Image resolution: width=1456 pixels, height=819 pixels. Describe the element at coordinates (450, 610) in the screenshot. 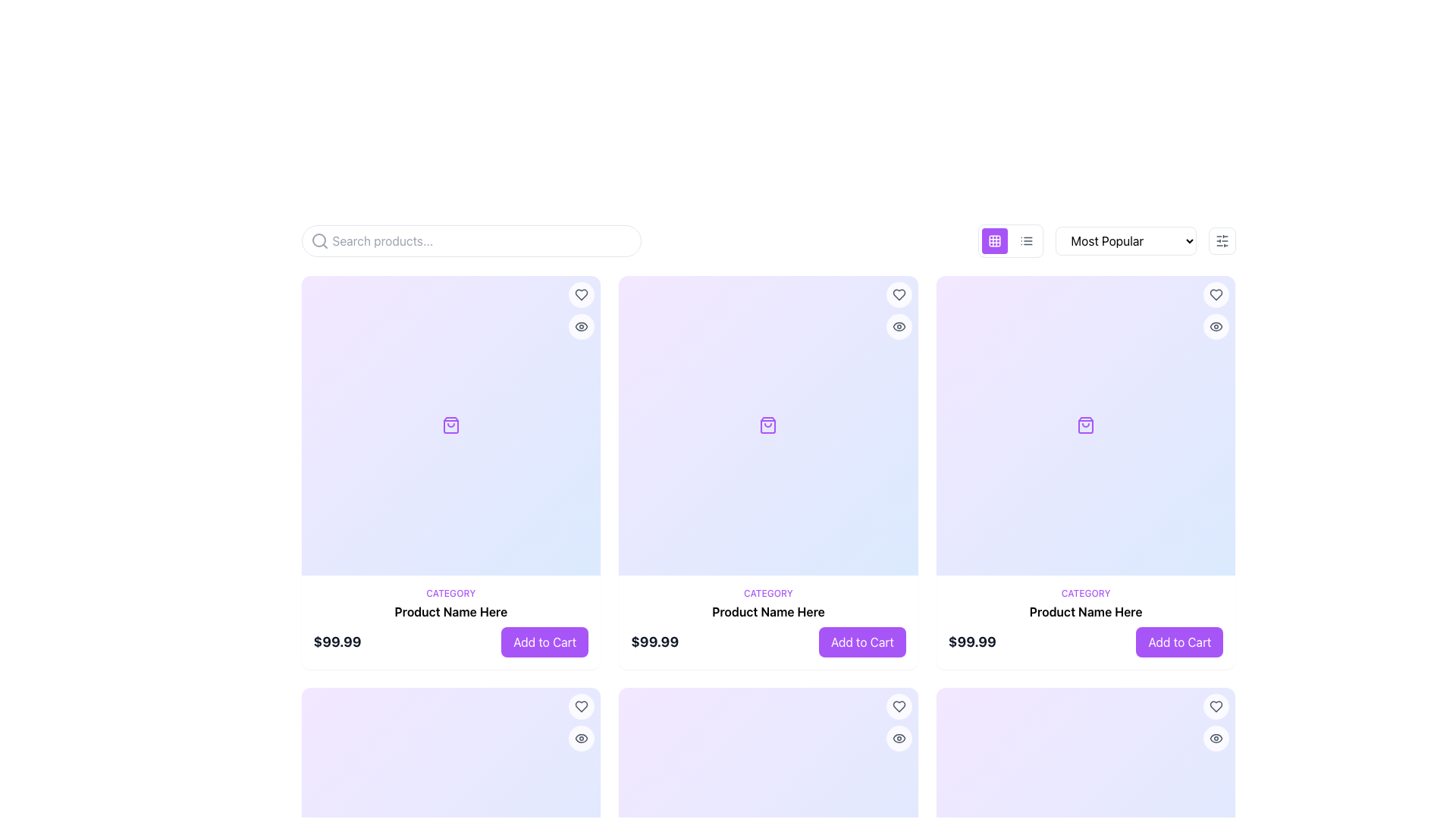

I see `the text label displaying 'Product Name Here', which is styled in bold and is located centrally within a card layout, positioned below the 'CATEGORY' label and above the price and 'Add to Cart' button` at that location.